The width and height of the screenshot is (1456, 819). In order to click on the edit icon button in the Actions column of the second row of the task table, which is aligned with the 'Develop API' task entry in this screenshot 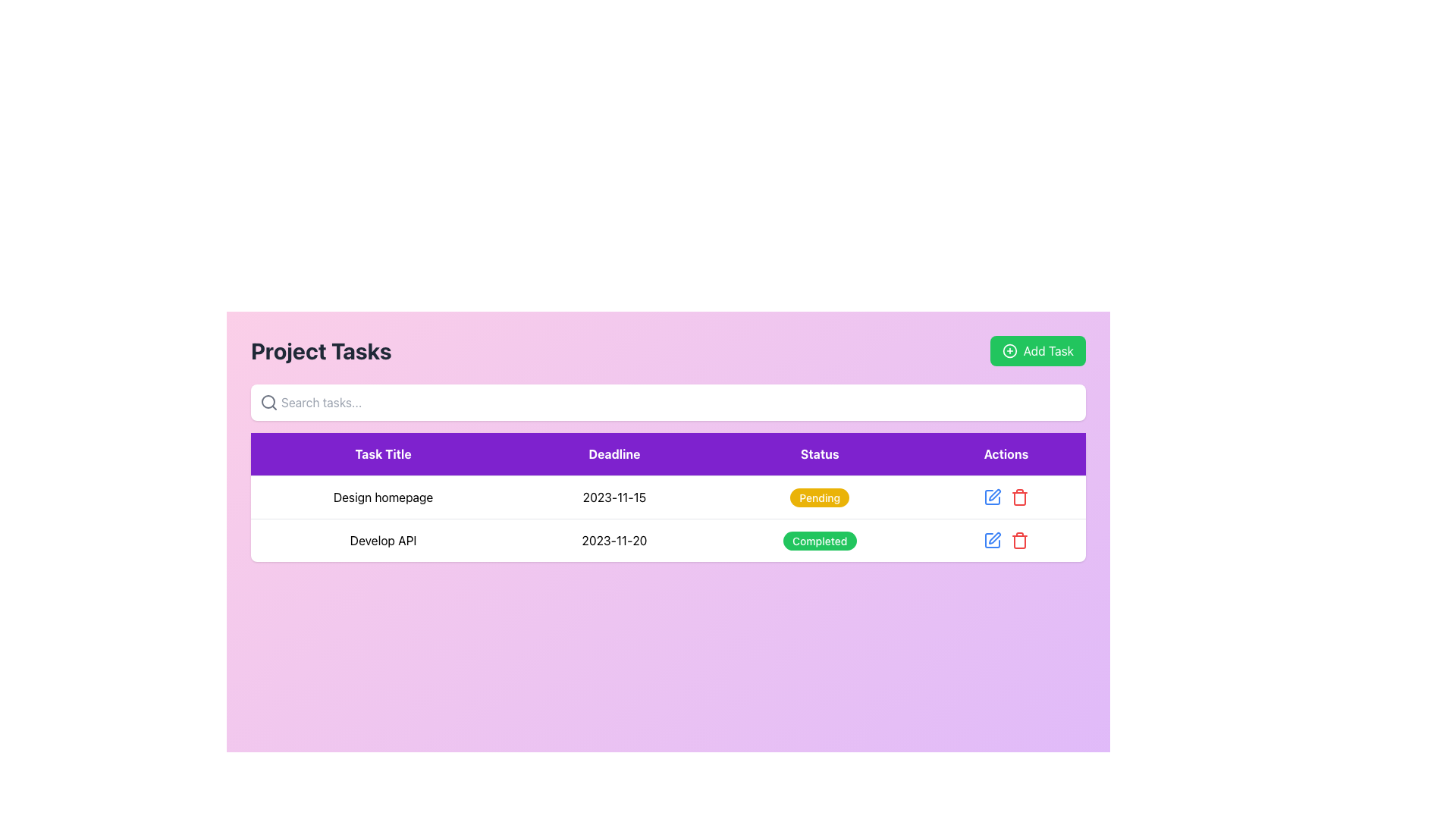, I will do `click(994, 494)`.